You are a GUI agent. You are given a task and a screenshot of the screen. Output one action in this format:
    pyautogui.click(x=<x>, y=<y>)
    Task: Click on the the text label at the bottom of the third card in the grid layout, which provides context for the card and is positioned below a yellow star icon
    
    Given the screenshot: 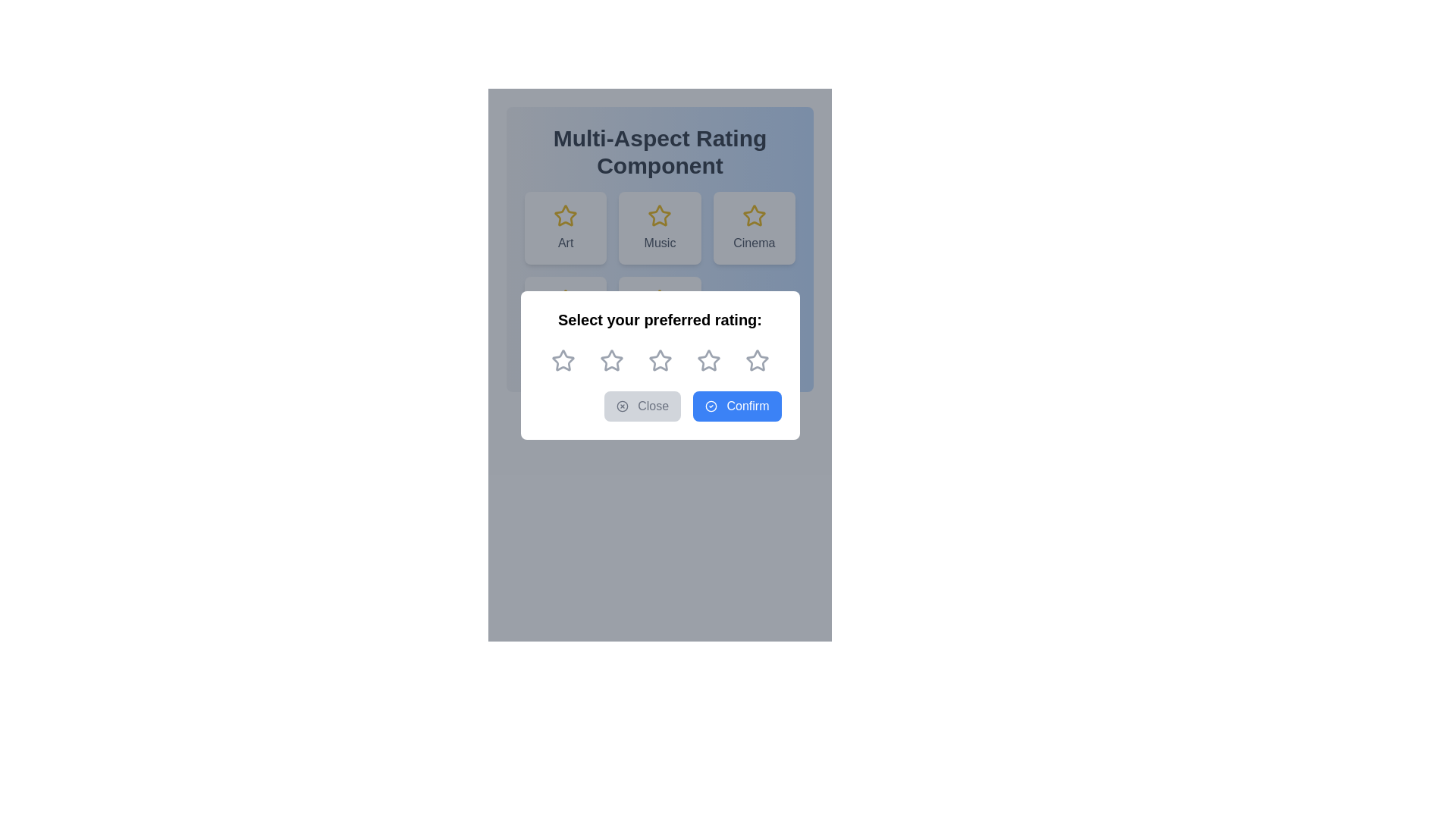 What is the action you would take?
    pyautogui.click(x=754, y=242)
    